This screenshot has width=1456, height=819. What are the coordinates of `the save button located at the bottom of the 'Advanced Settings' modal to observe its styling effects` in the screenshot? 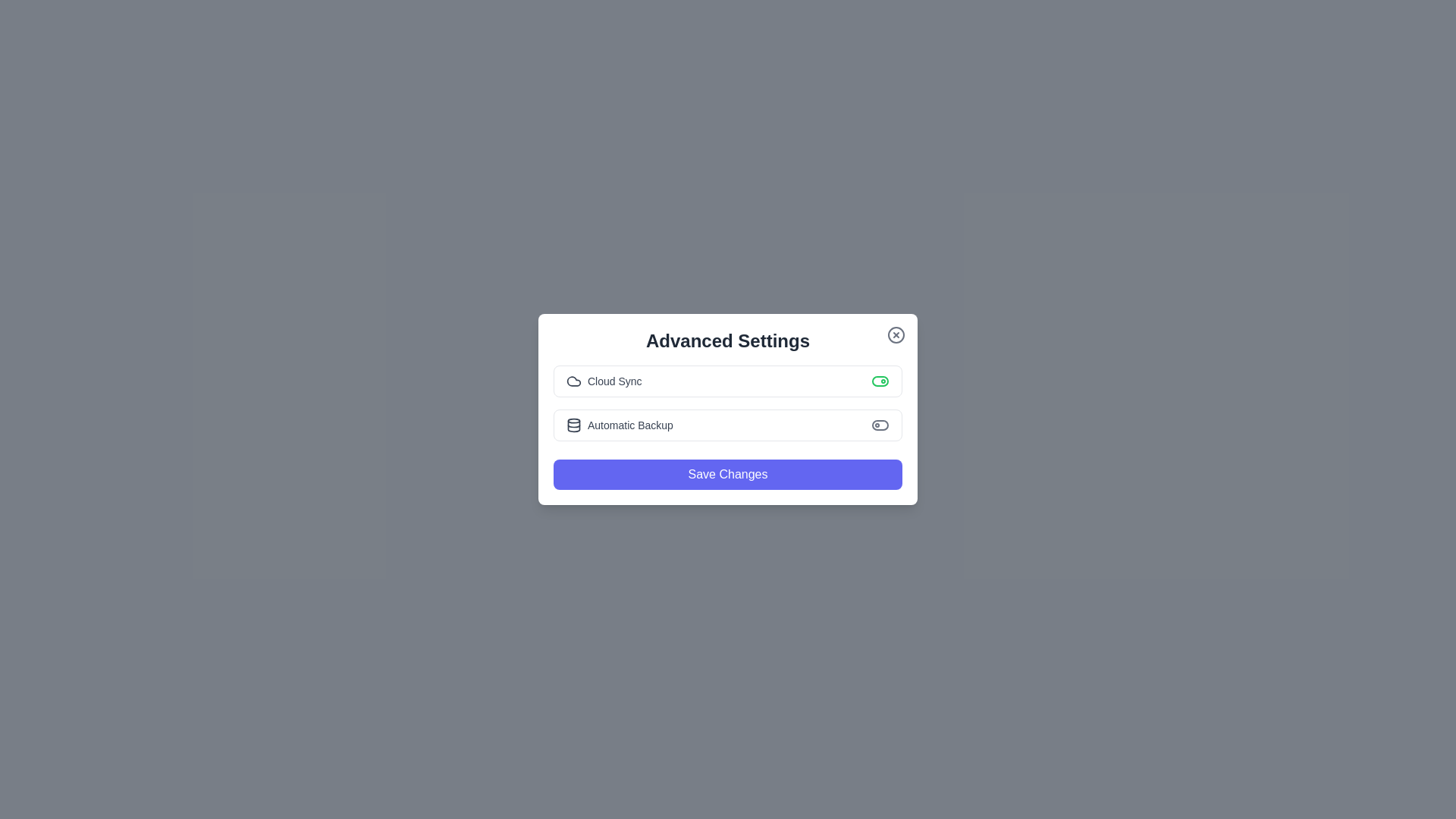 It's located at (728, 473).